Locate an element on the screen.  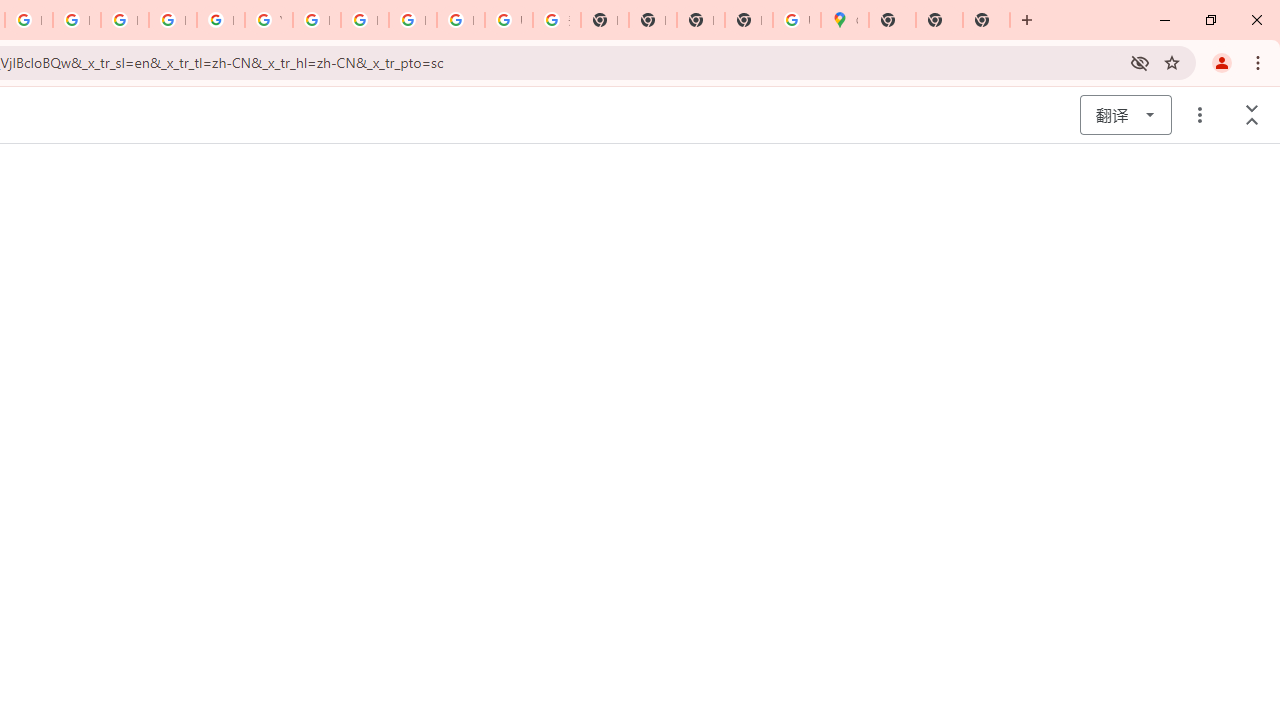
'YouTube' is located at coordinates (267, 20).